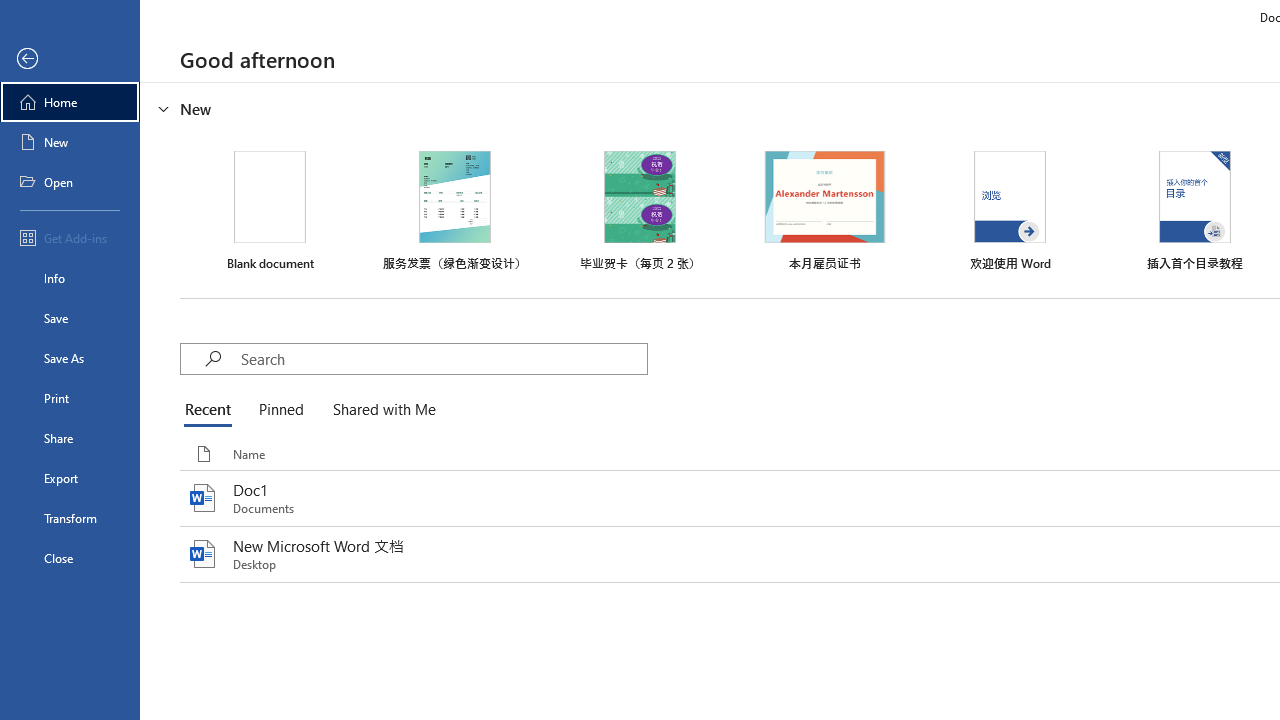 This screenshot has width=1280, height=720. What do you see at coordinates (69, 517) in the screenshot?
I see `'Transform'` at bounding box center [69, 517].